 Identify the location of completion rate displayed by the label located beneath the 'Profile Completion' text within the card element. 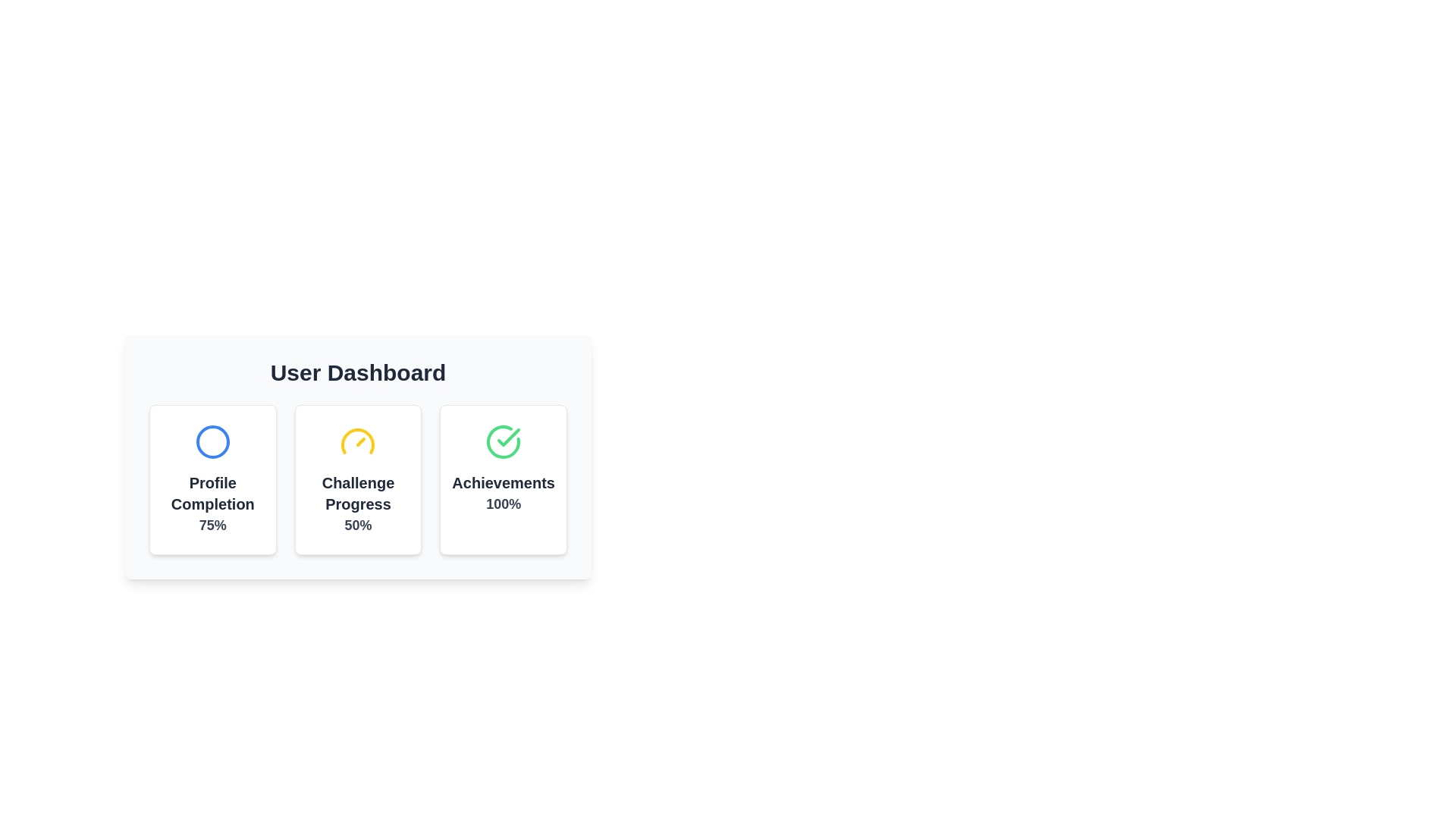
(212, 525).